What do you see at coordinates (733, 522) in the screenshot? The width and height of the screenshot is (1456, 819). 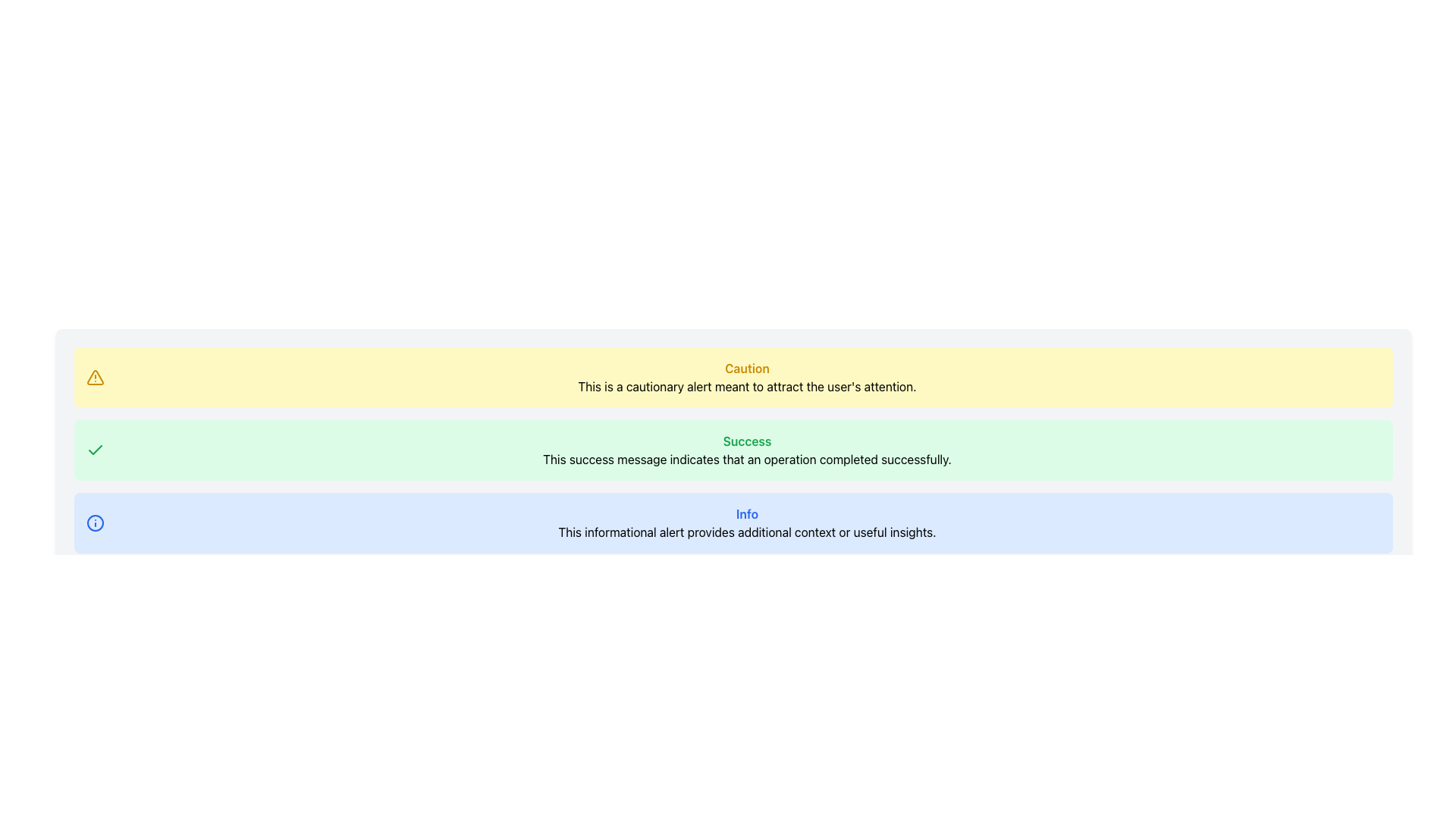 I see `the Informational alert message box with a blue background and rounded corners, which contains the title 'Info' and is located at the bottom of the notification stack` at bounding box center [733, 522].